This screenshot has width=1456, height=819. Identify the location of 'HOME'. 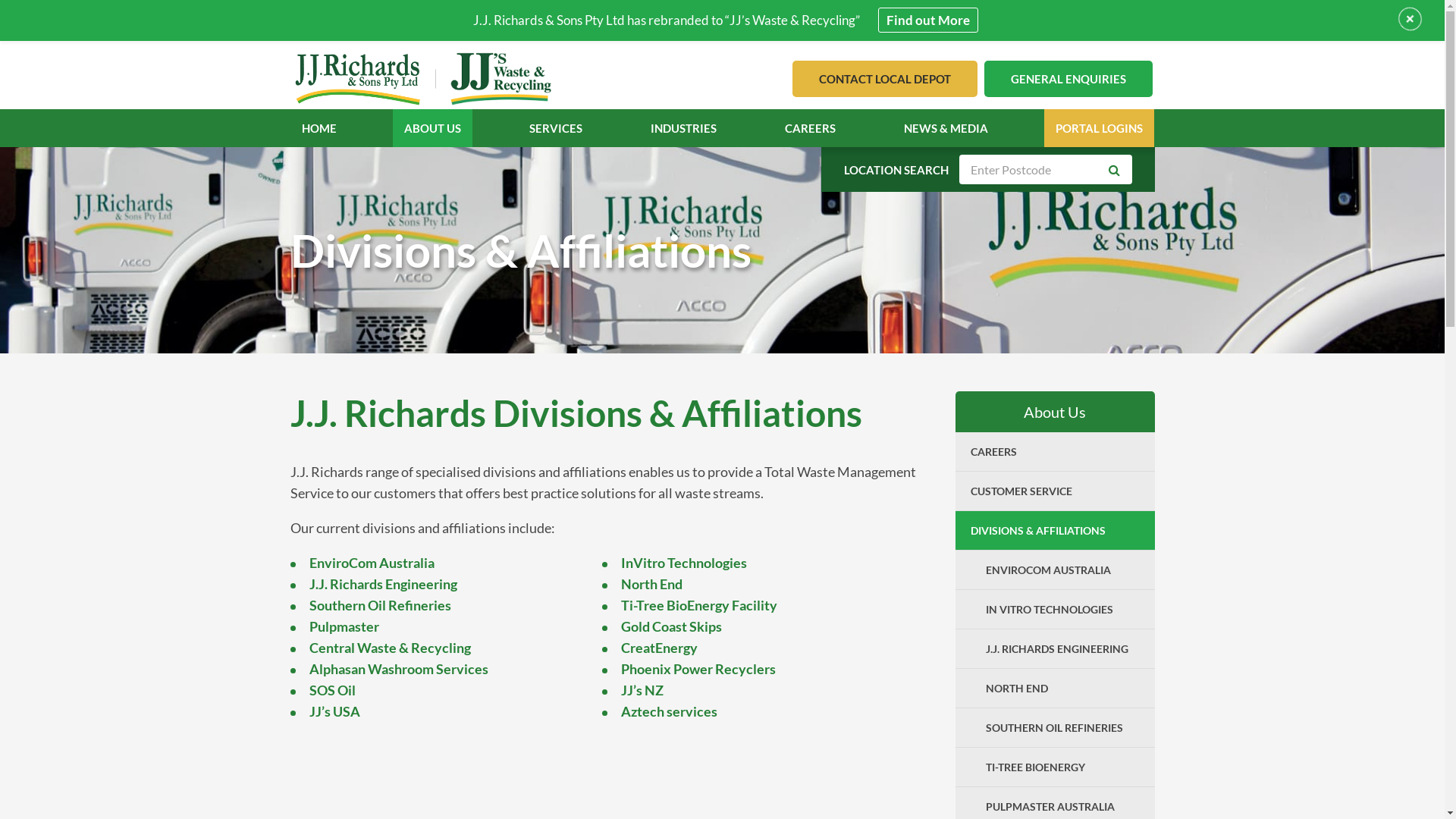
(318, 127).